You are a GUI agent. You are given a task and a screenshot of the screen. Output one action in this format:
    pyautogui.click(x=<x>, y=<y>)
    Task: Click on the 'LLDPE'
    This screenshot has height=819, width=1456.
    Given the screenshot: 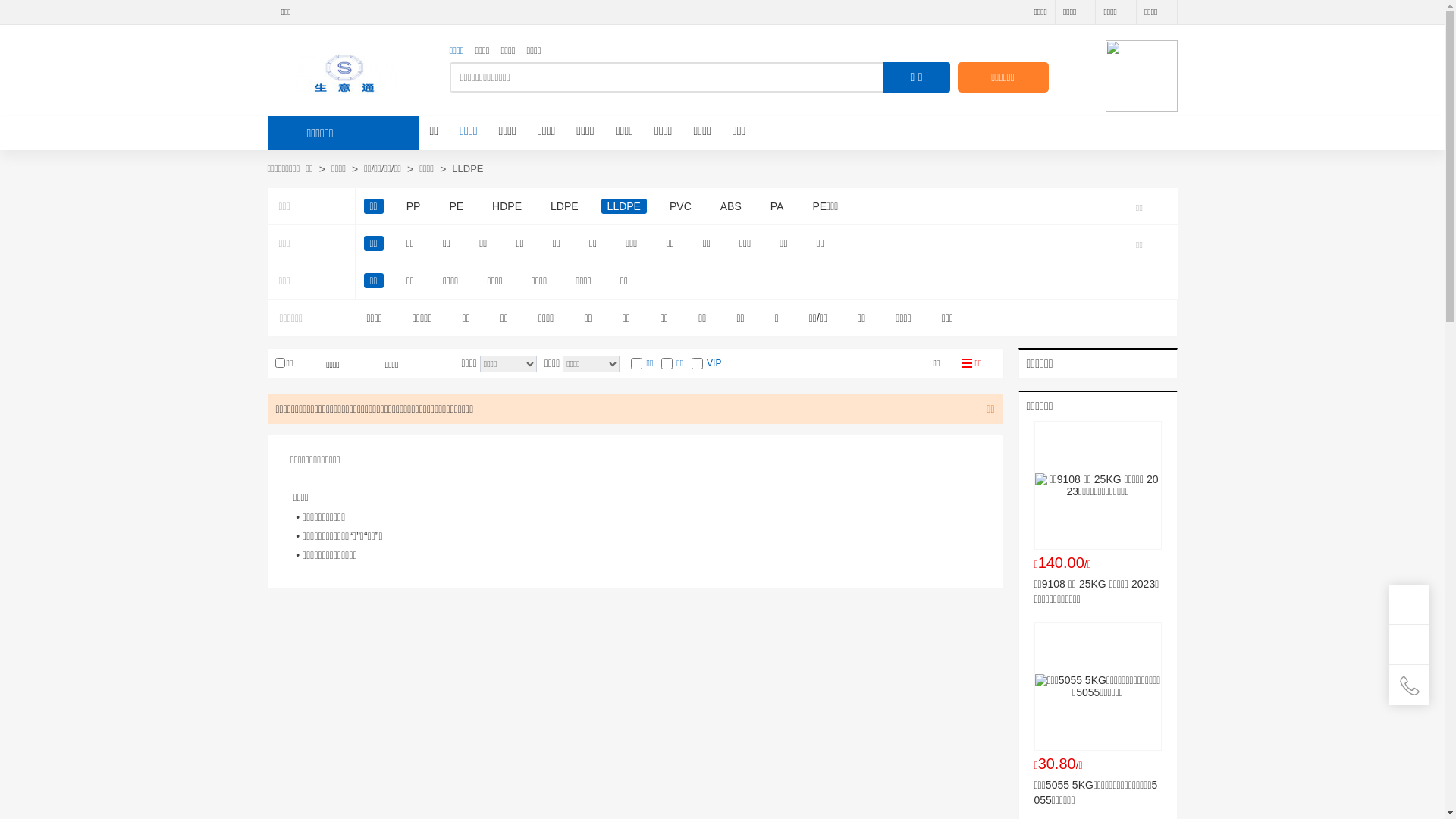 What is the action you would take?
    pyautogui.click(x=623, y=206)
    